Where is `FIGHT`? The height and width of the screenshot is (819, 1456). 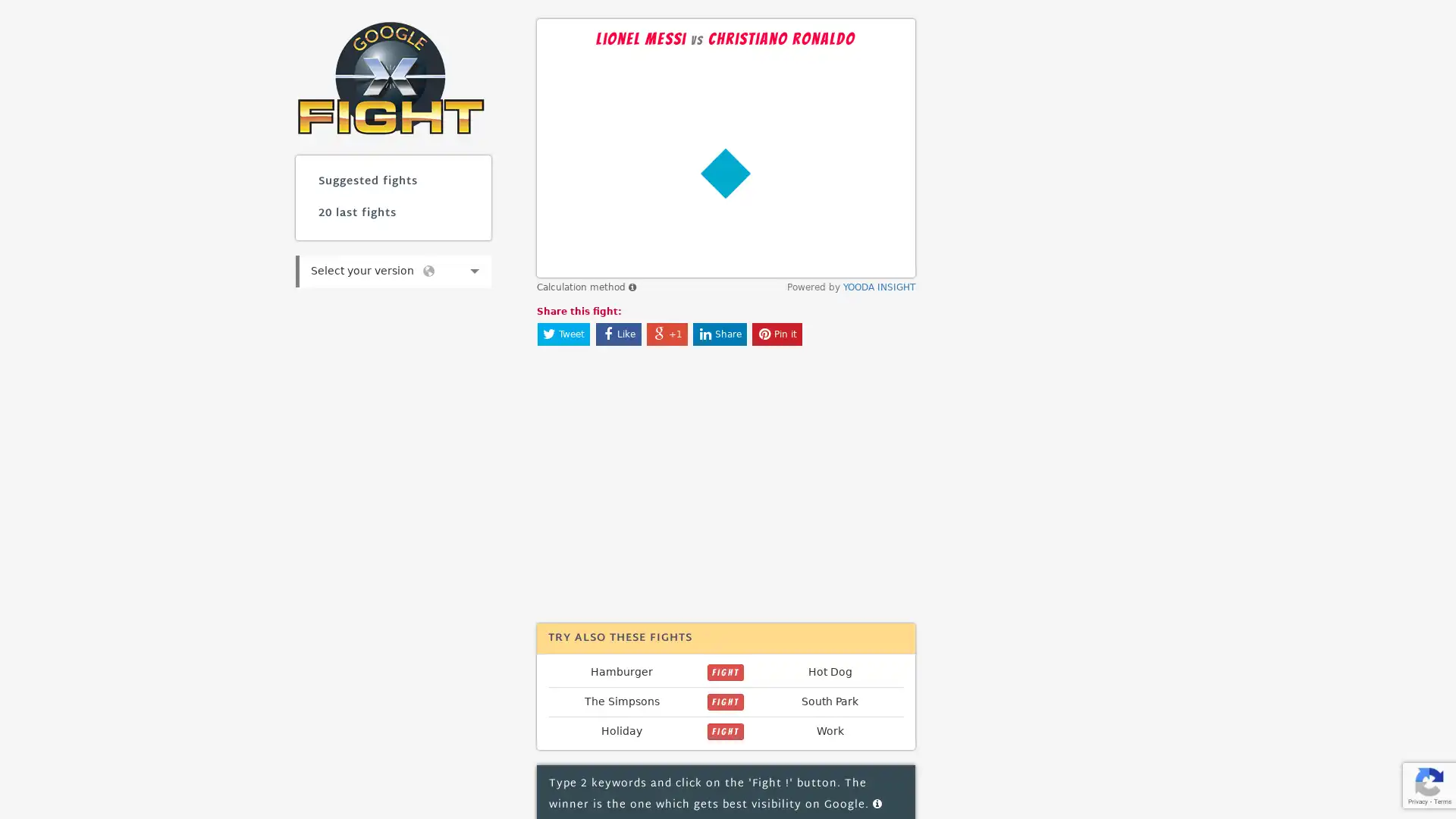 FIGHT is located at coordinates (724, 701).